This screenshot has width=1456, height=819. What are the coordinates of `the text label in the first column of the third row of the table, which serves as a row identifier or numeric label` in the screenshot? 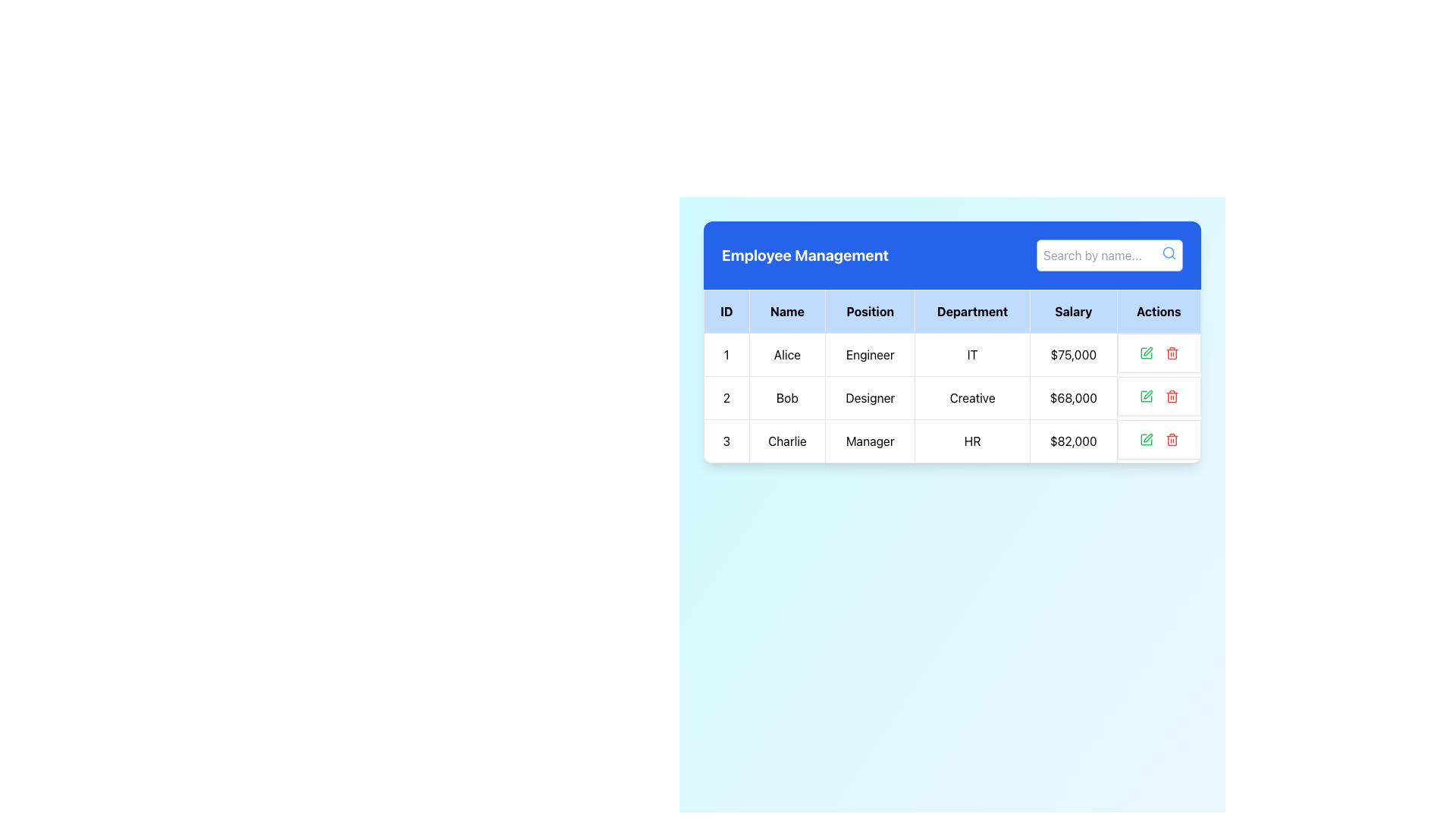 It's located at (726, 441).